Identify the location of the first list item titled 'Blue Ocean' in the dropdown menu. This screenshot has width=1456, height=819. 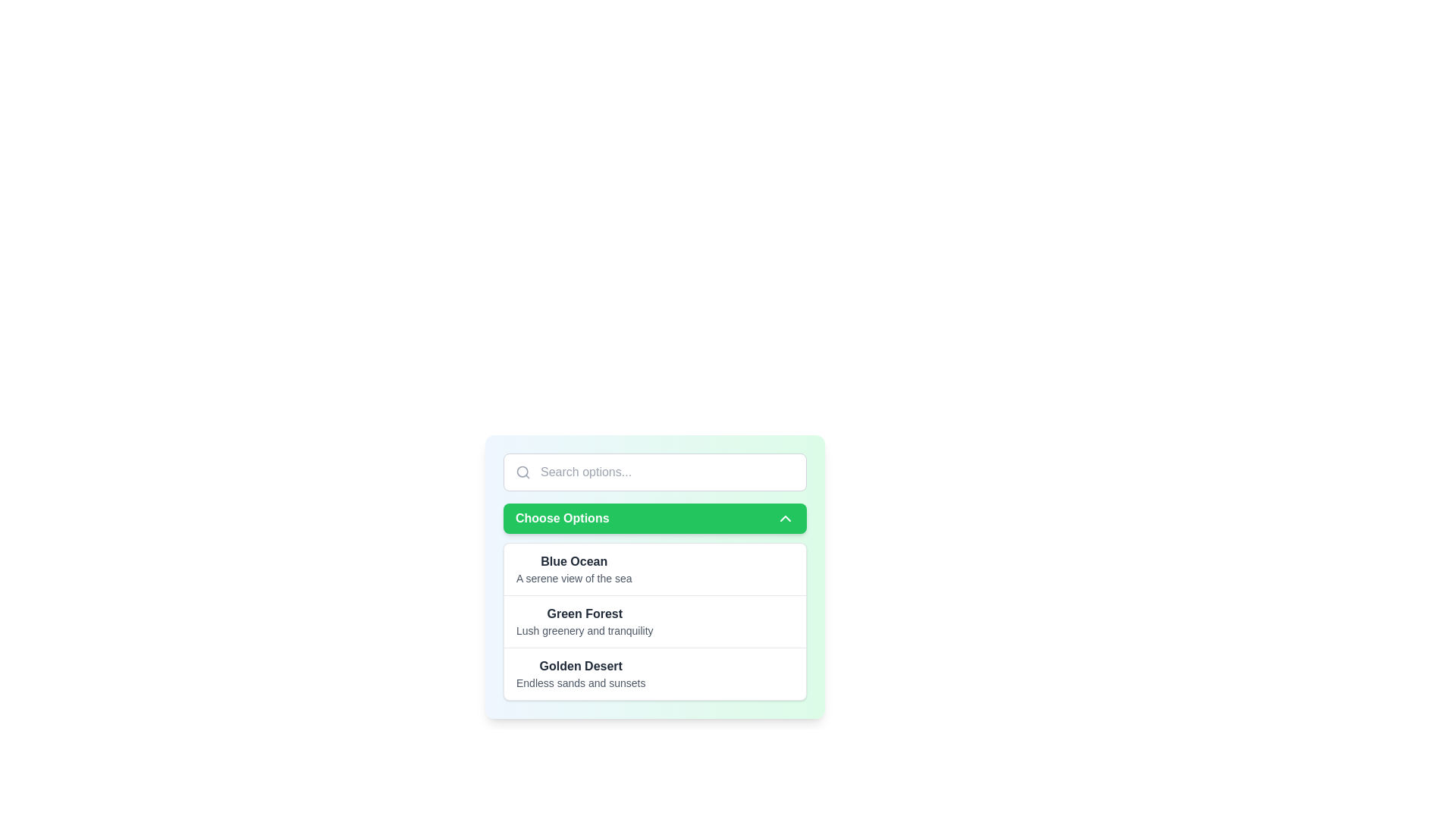
(655, 570).